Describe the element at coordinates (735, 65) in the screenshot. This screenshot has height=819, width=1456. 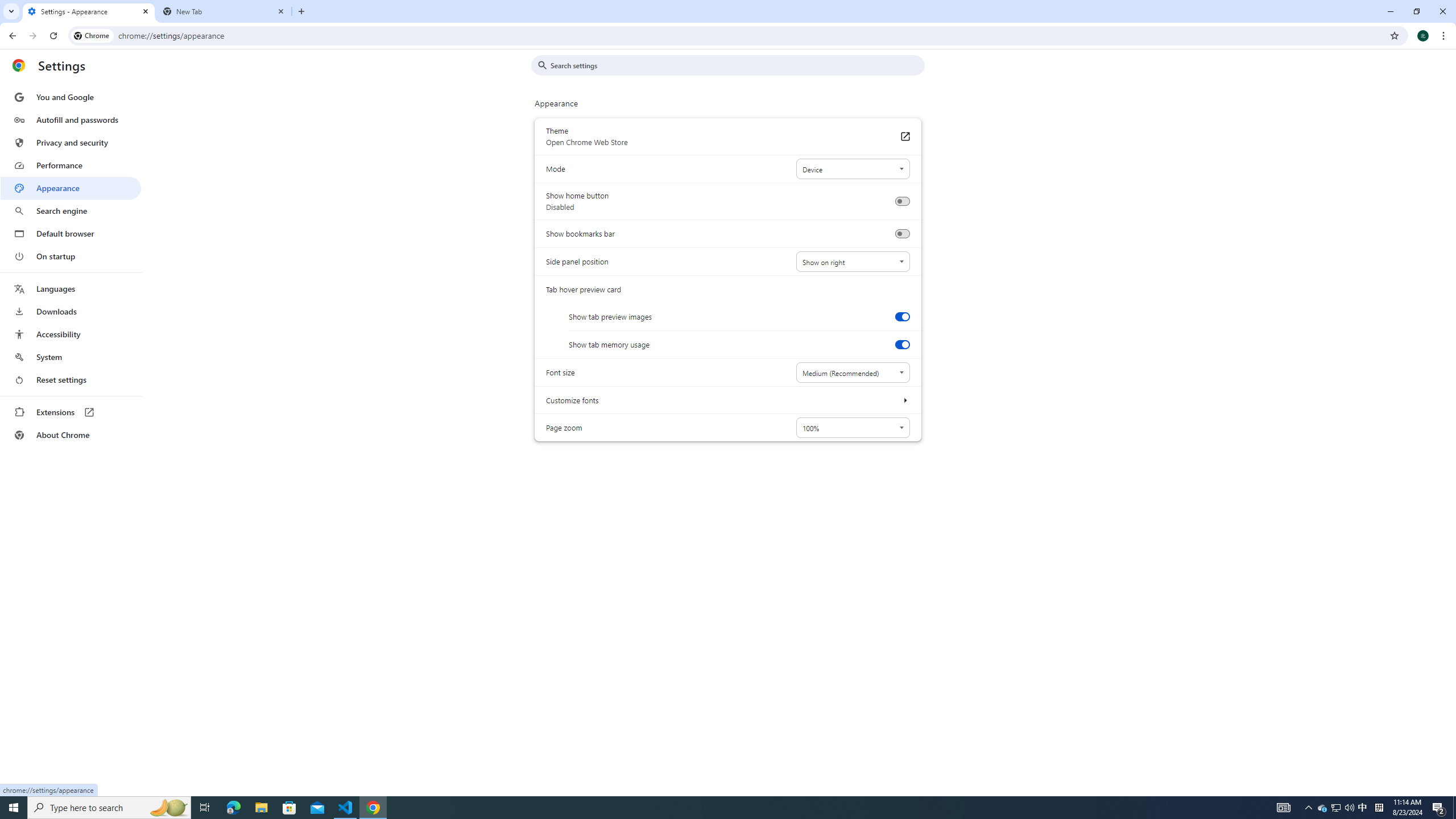
I see `'Search settings'` at that location.